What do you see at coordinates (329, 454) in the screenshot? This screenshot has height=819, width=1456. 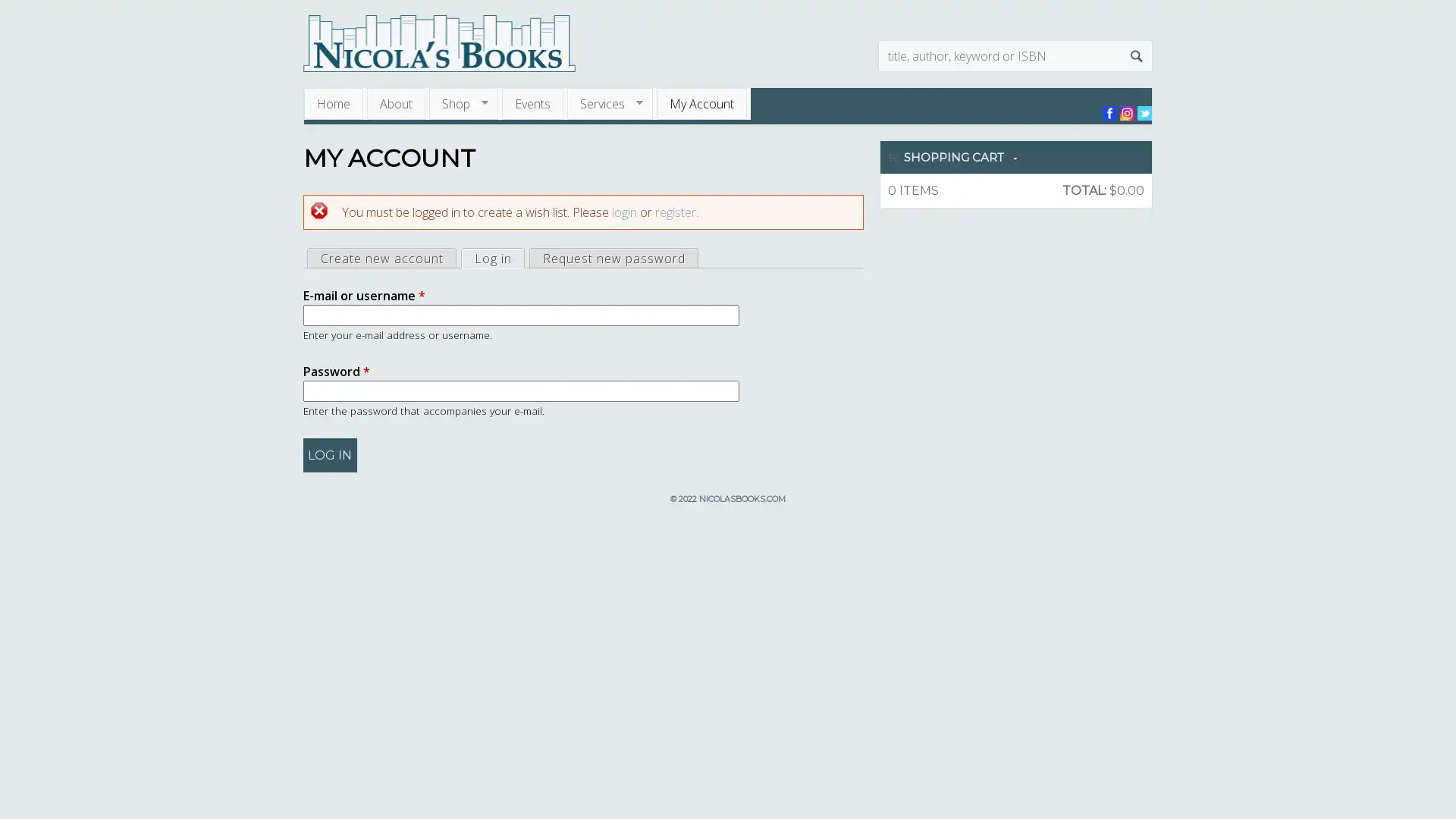 I see `Log in` at bounding box center [329, 454].